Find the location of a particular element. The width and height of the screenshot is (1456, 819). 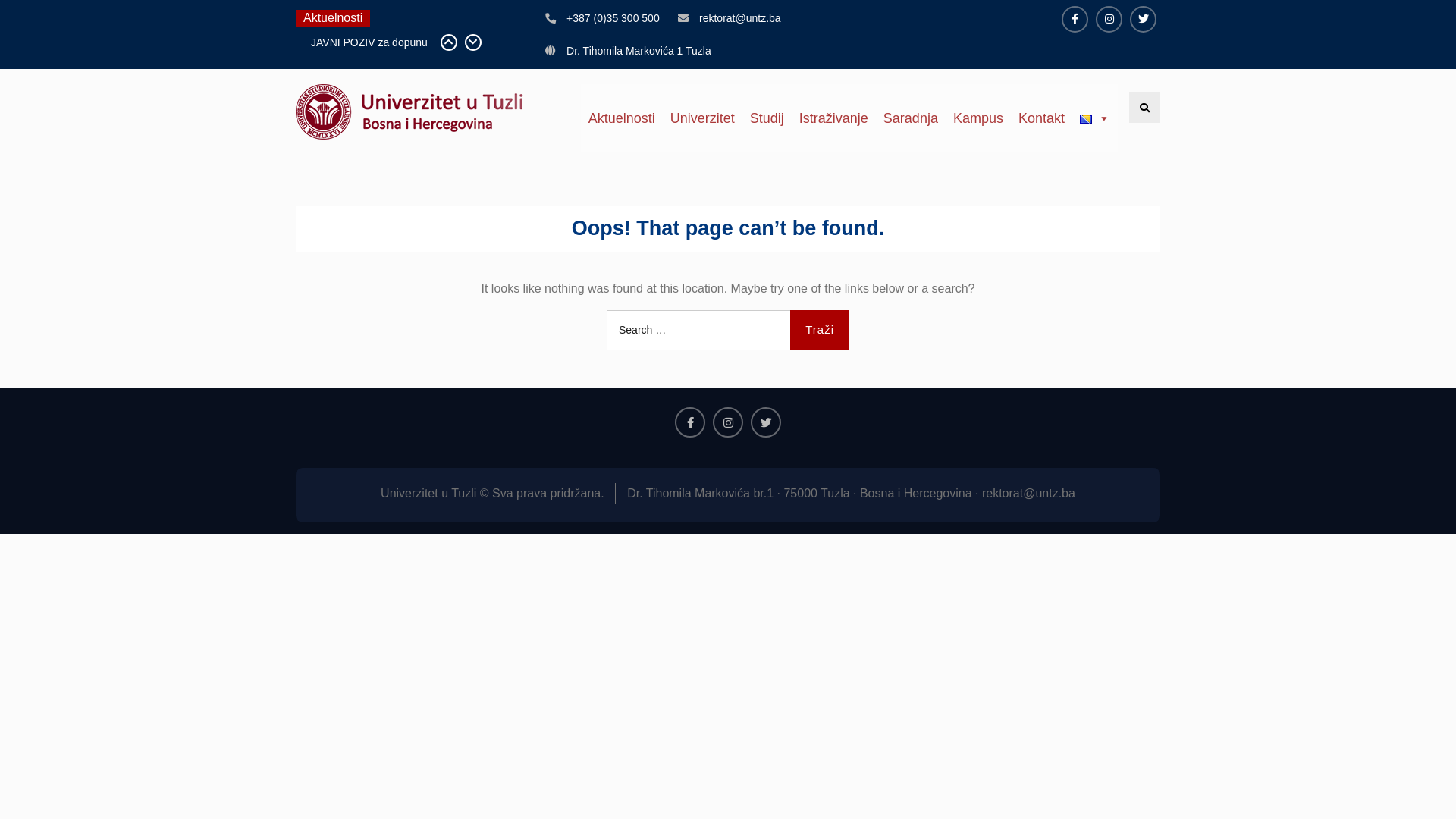

'Facebook' is located at coordinates (673, 422).